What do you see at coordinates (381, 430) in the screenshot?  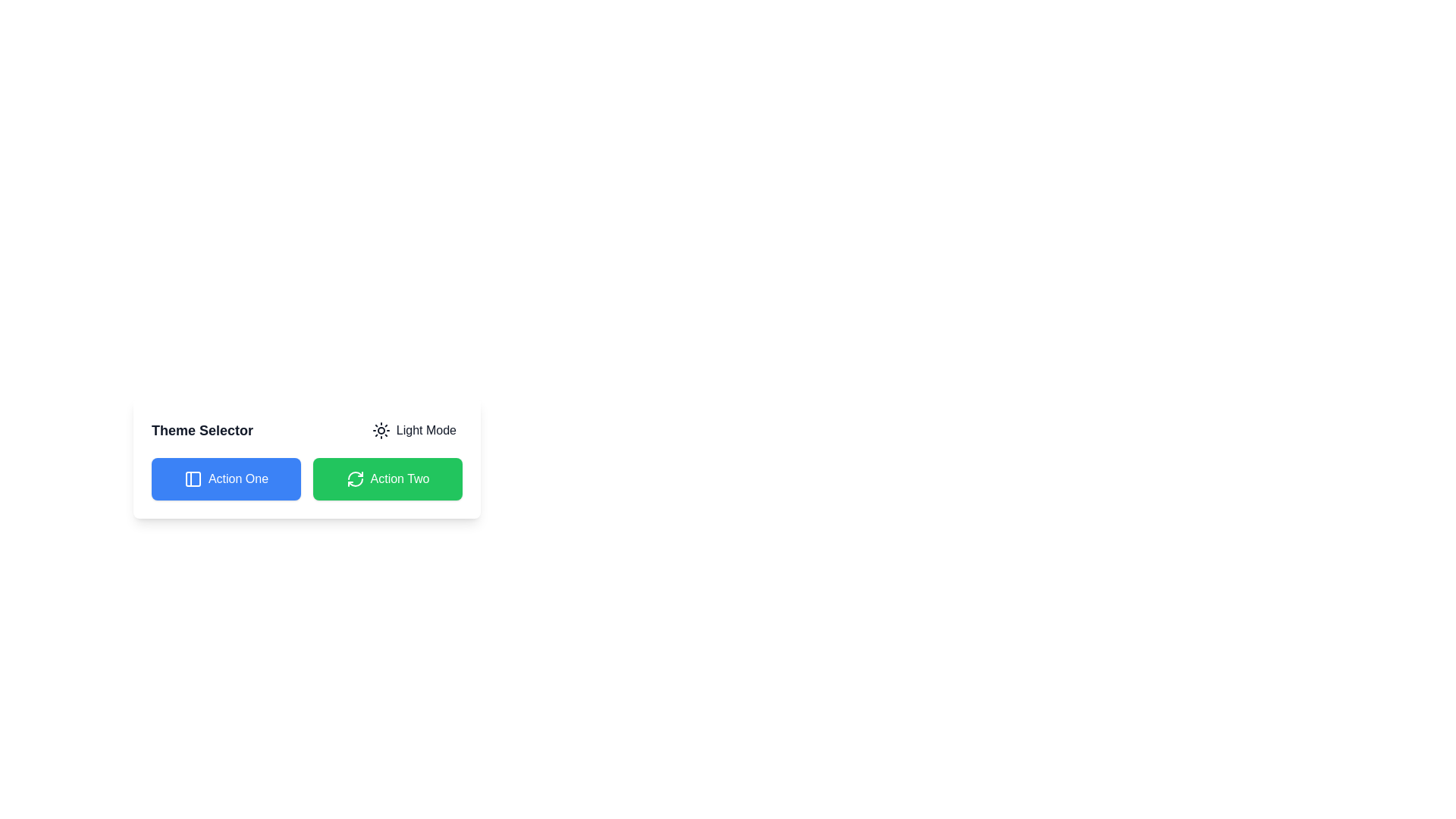 I see `the 'Light Mode' button, which contains an SVG icon indicating the light mode option` at bounding box center [381, 430].